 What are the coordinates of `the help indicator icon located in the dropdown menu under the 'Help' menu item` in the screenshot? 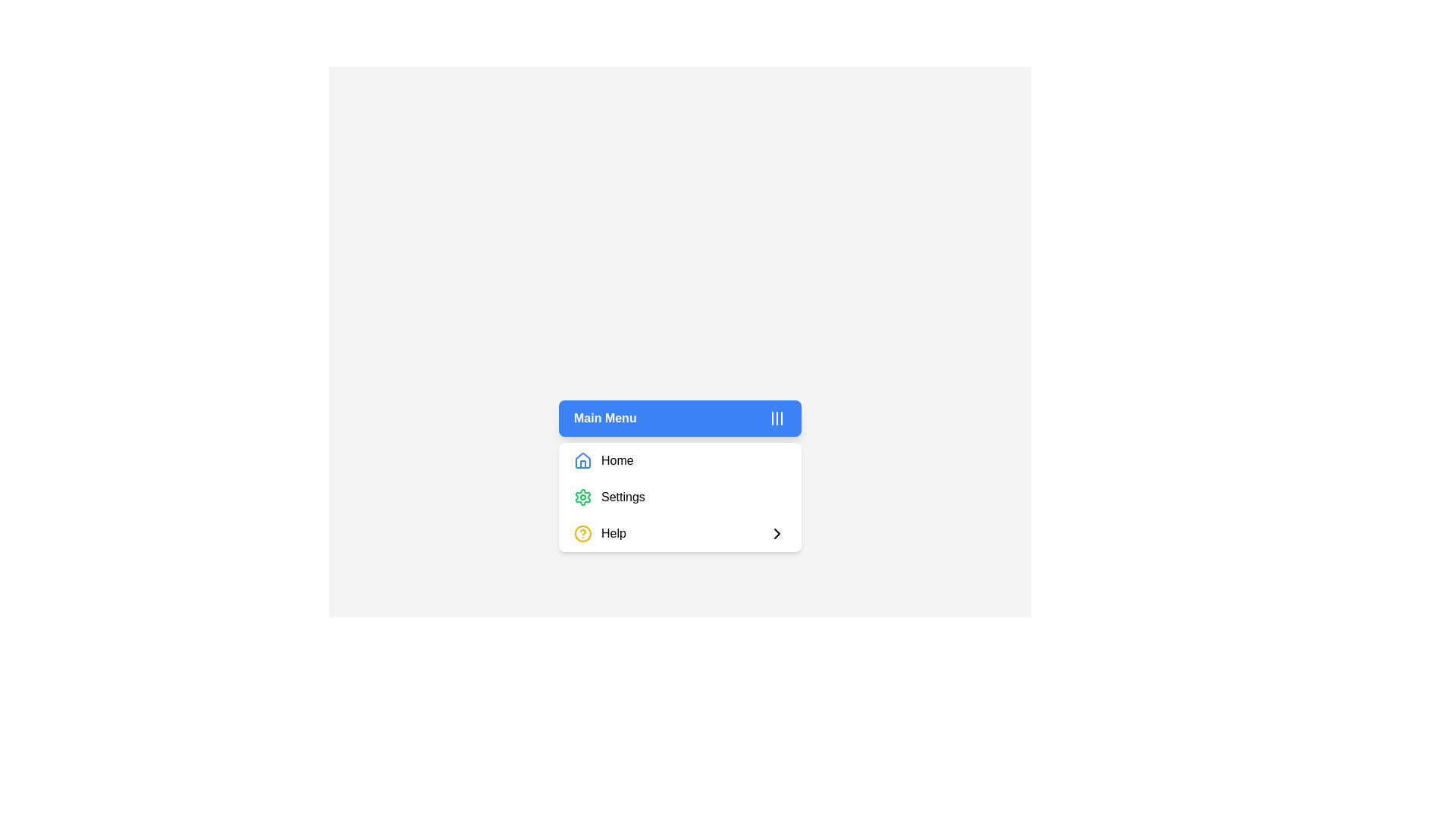 It's located at (777, 533).